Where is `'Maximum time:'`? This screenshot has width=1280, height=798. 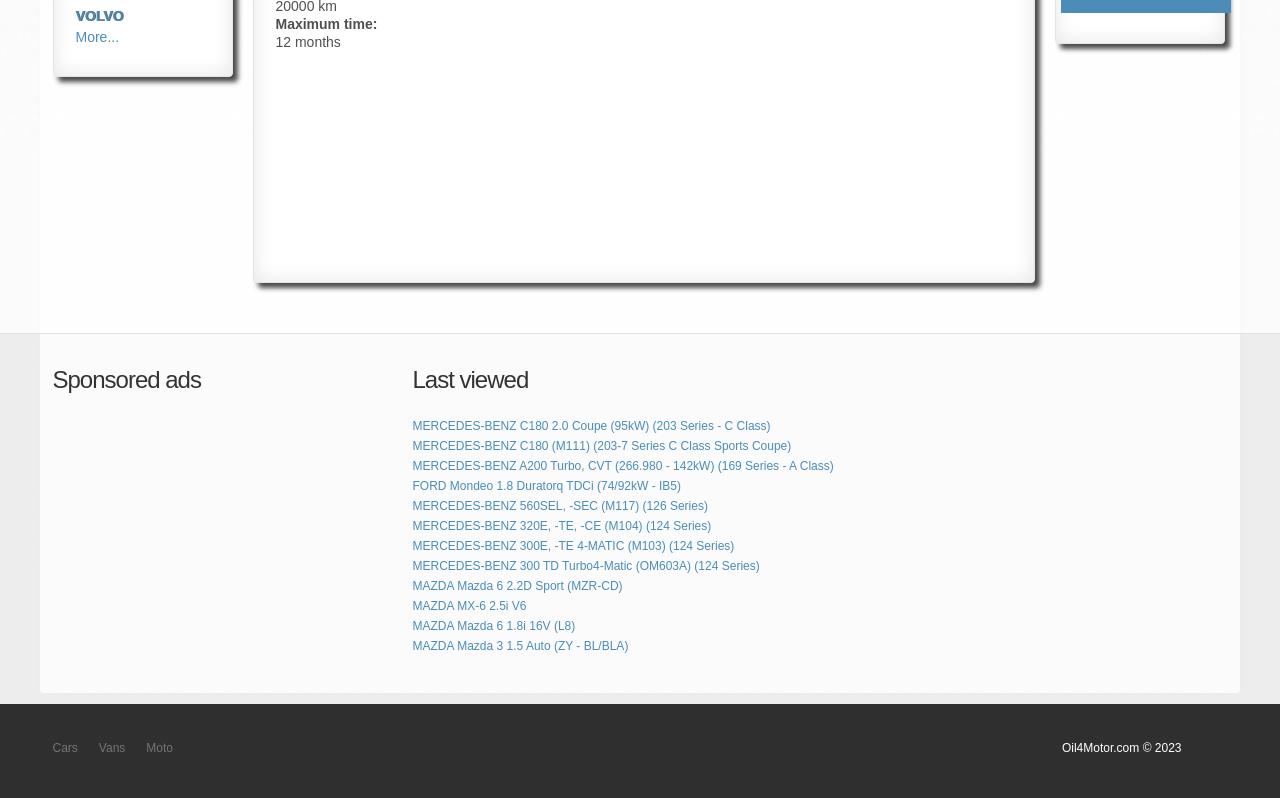
'Maximum time:' is located at coordinates (326, 23).